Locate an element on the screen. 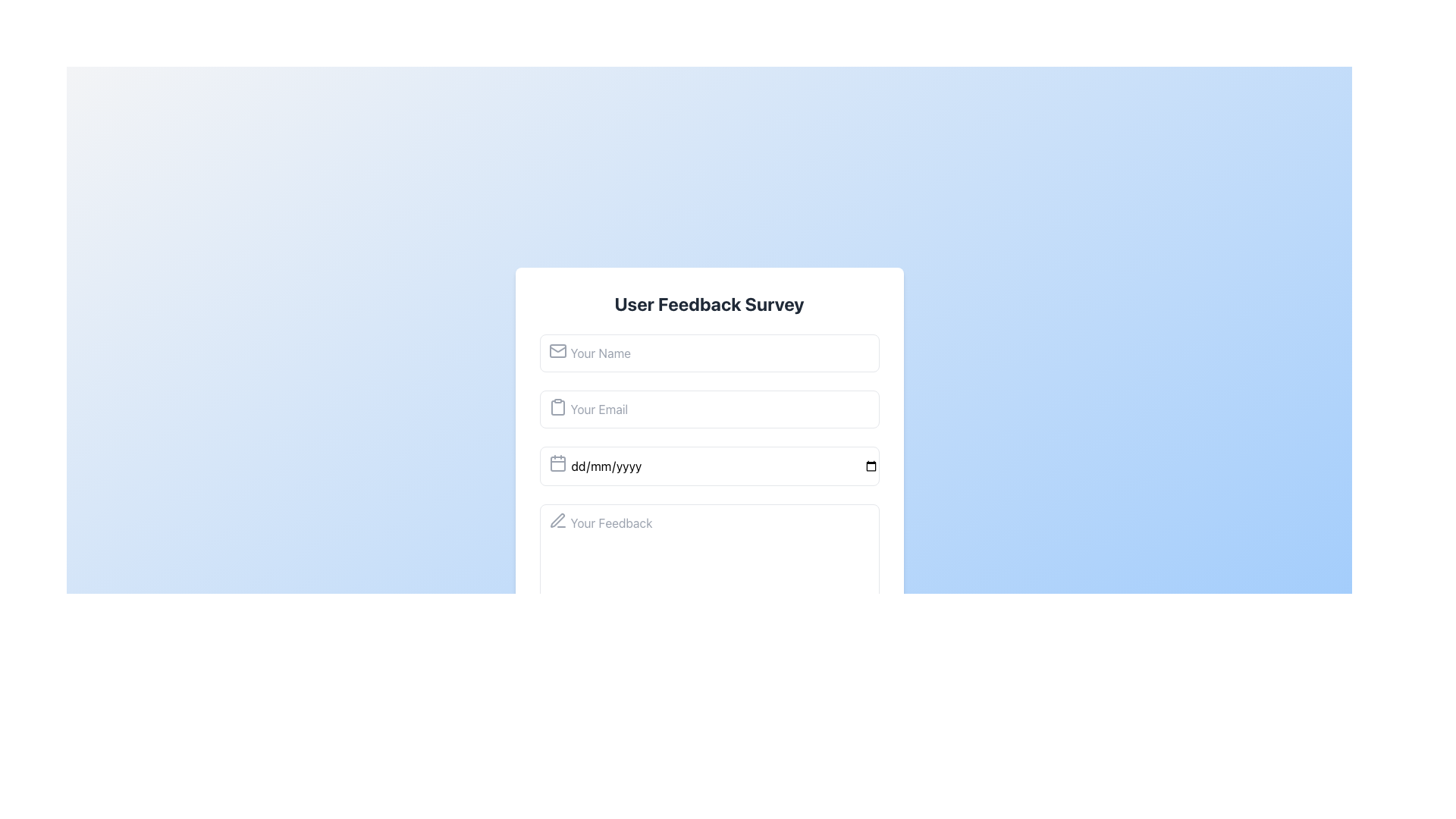  the mail icon located at the left end of the 'Your Name' text input field, which is styled with a modern, monochromatic design is located at coordinates (557, 350).